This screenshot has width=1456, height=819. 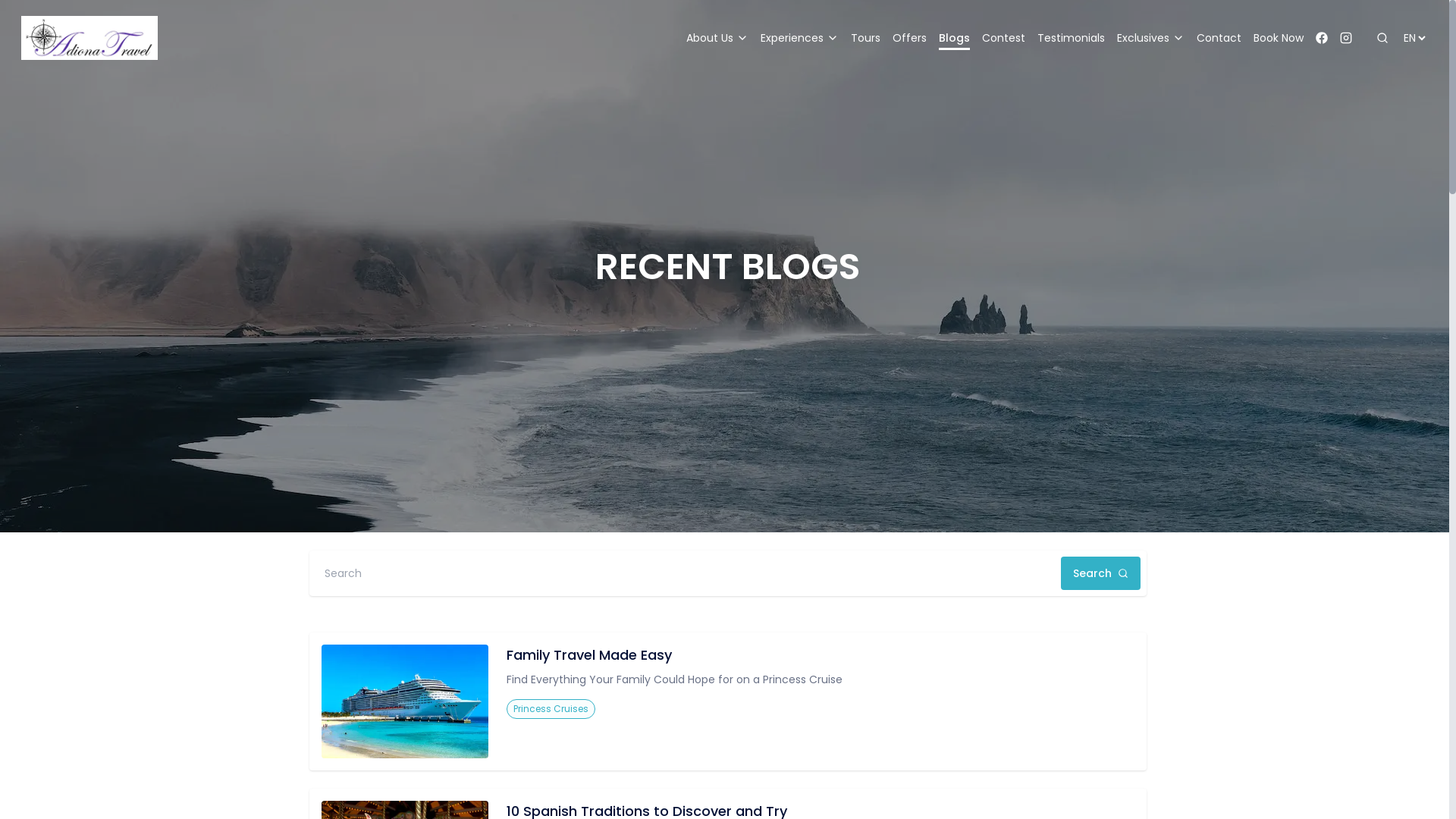 What do you see at coordinates (1003, 37) in the screenshot?
I see `'Contest'` at bounding box center [1003, 37].